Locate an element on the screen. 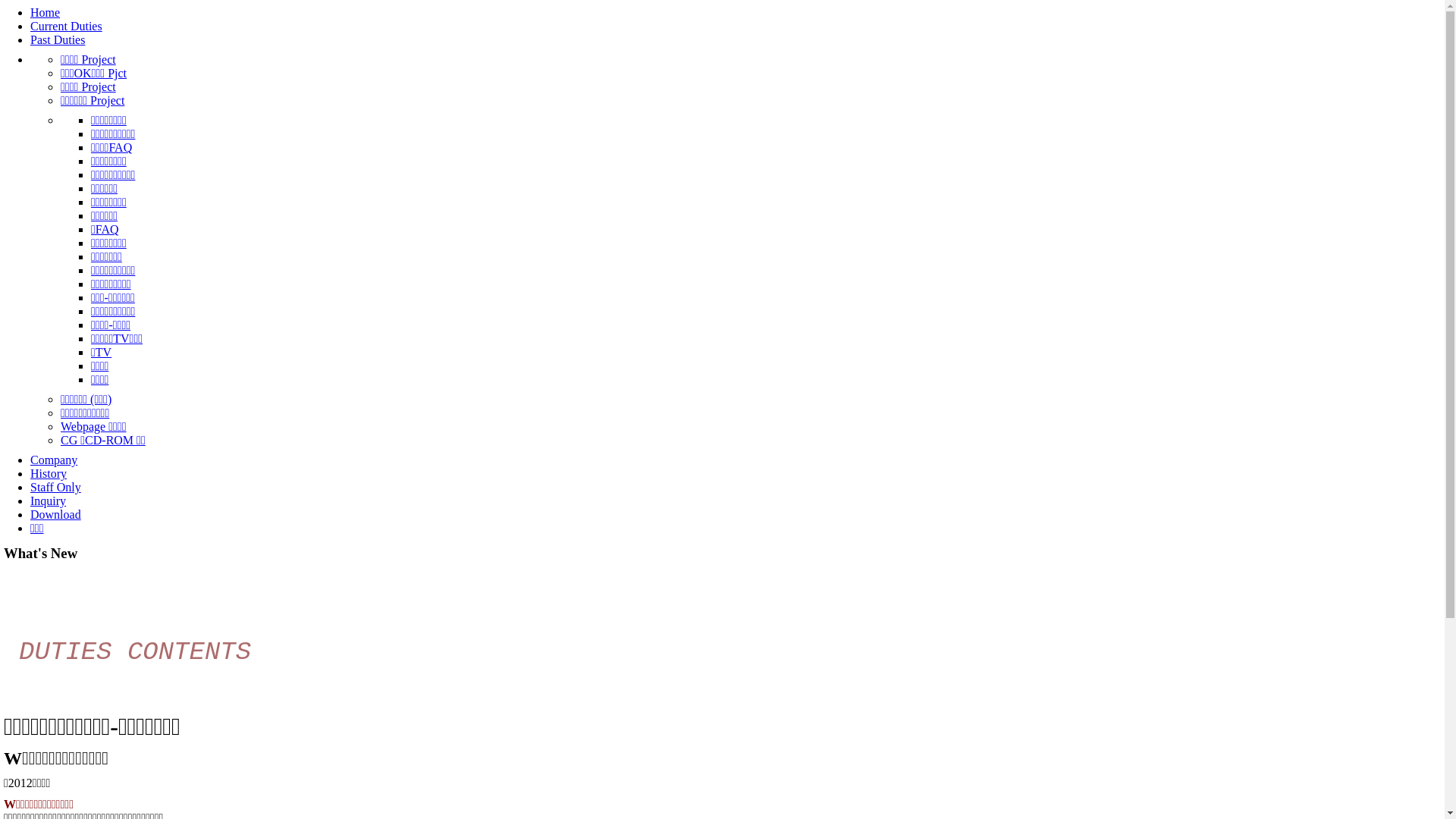  'Staff Only' is located at coordinates (30, 487).